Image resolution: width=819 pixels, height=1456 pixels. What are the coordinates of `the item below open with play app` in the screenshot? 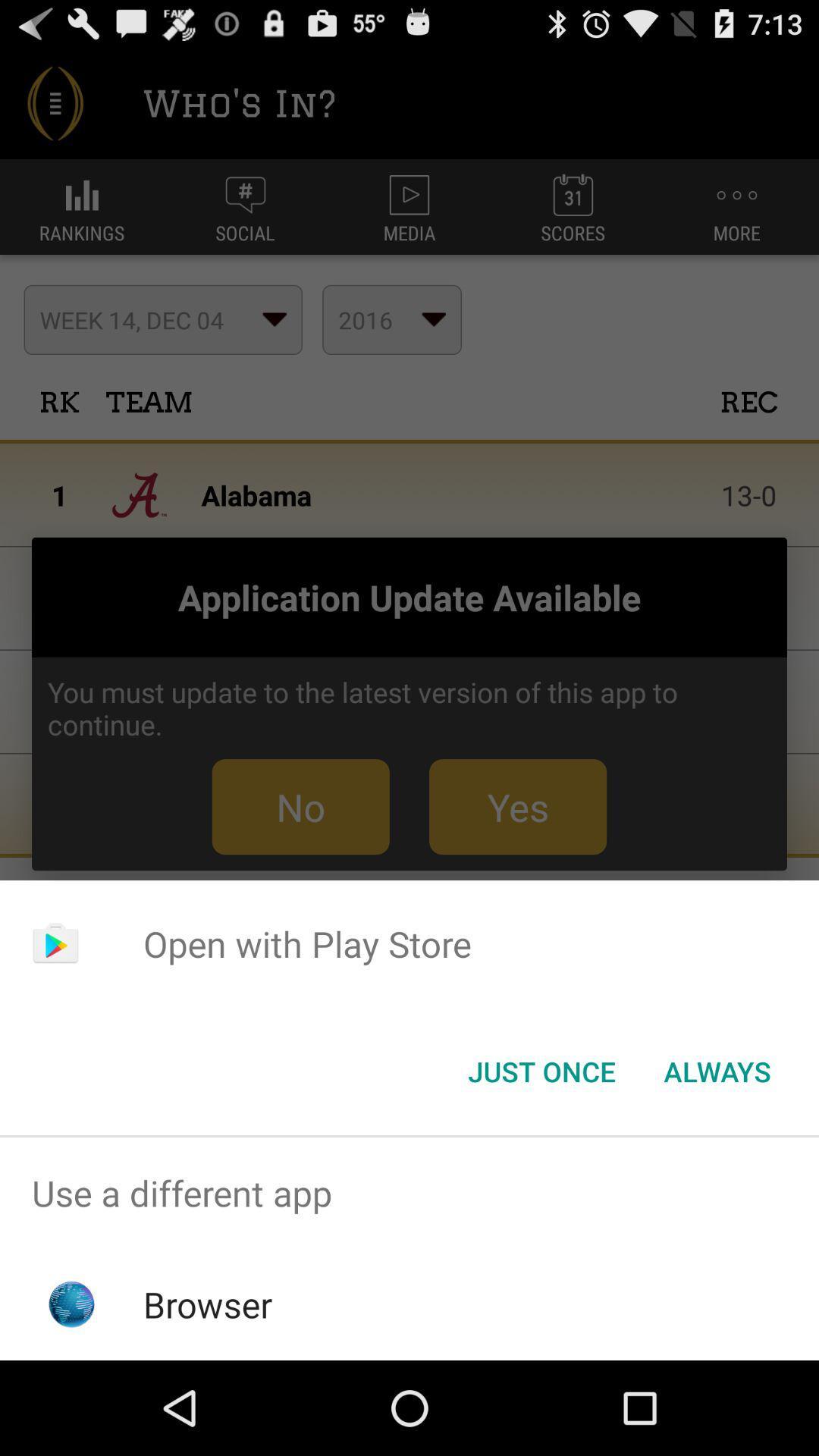 It's located at (541, 1070).